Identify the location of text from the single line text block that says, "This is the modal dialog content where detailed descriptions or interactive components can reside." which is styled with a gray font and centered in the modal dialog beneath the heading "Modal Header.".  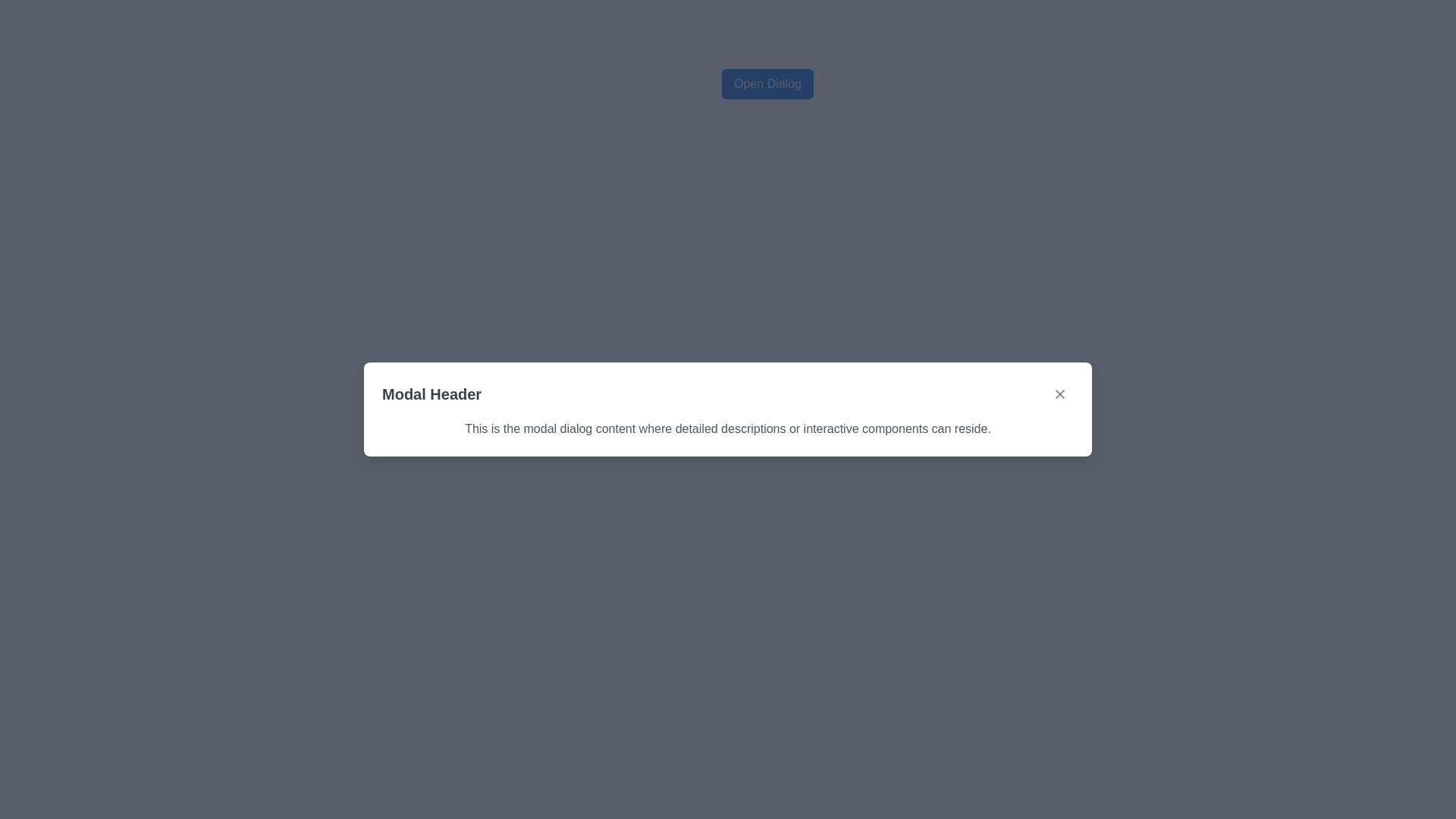
(728, 429).